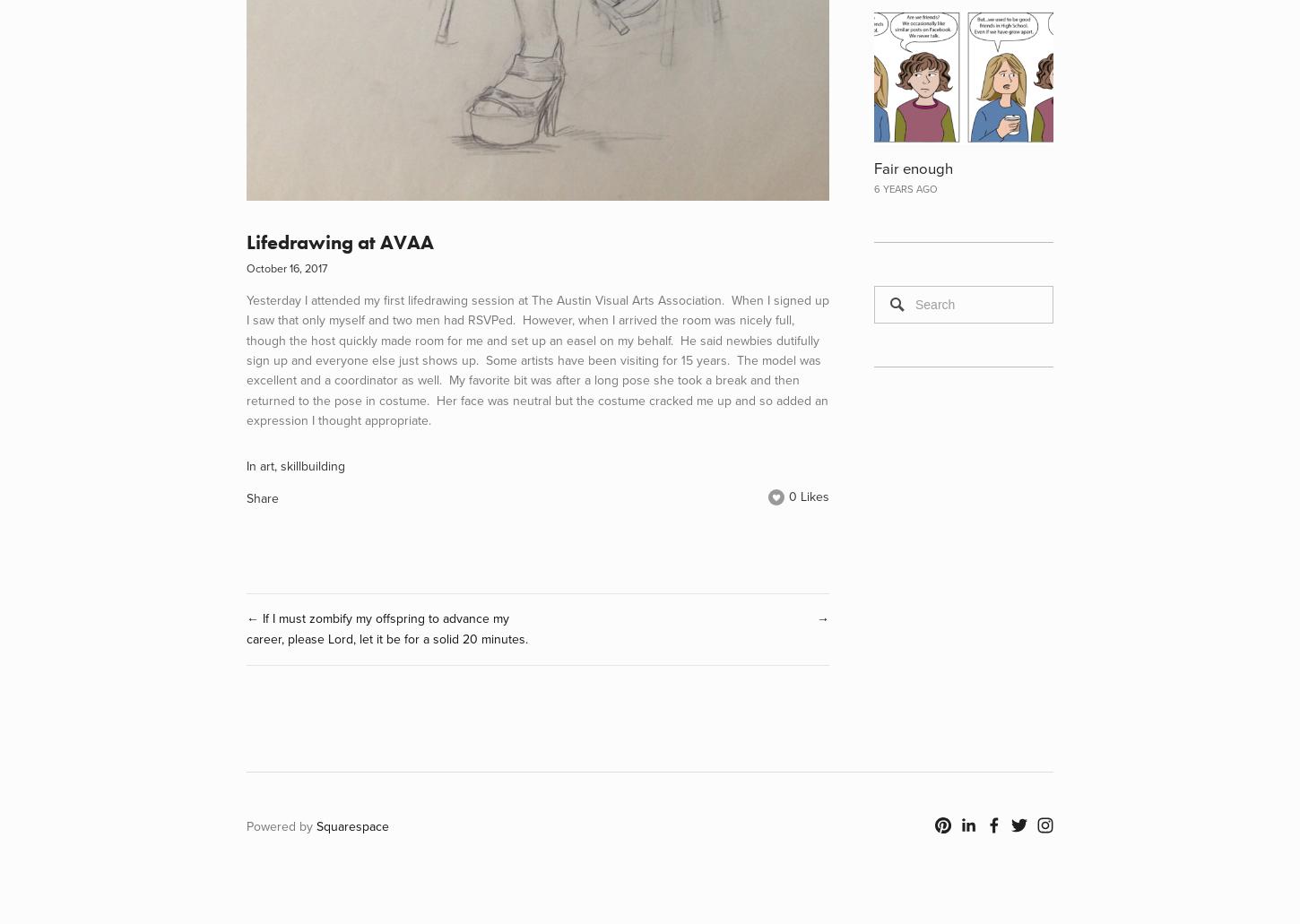  What do you see at coordinates (538, 358) in the screenshot?
I see `'Yesterday I attended my first lifedrawing session at The Austin Visual Arts Association.  When I signed up I saw that only myself and two men had RSVPed.  However, when I arrived the room was nicely full, though the host quickly made room for me and set up an easel on my behalf.  He said newbies dutifully sign up and everyone else just shows up.  Some artists have been visiting for 15 years.  The model was excellent and a coordinator as well.  My favorite bit was after a long pose she took a break and then returned to the pose in costume.  Her face was neutral but the costume cracked me up and so added an expression I thought appropriate.'` at bounding box center [538, 358].